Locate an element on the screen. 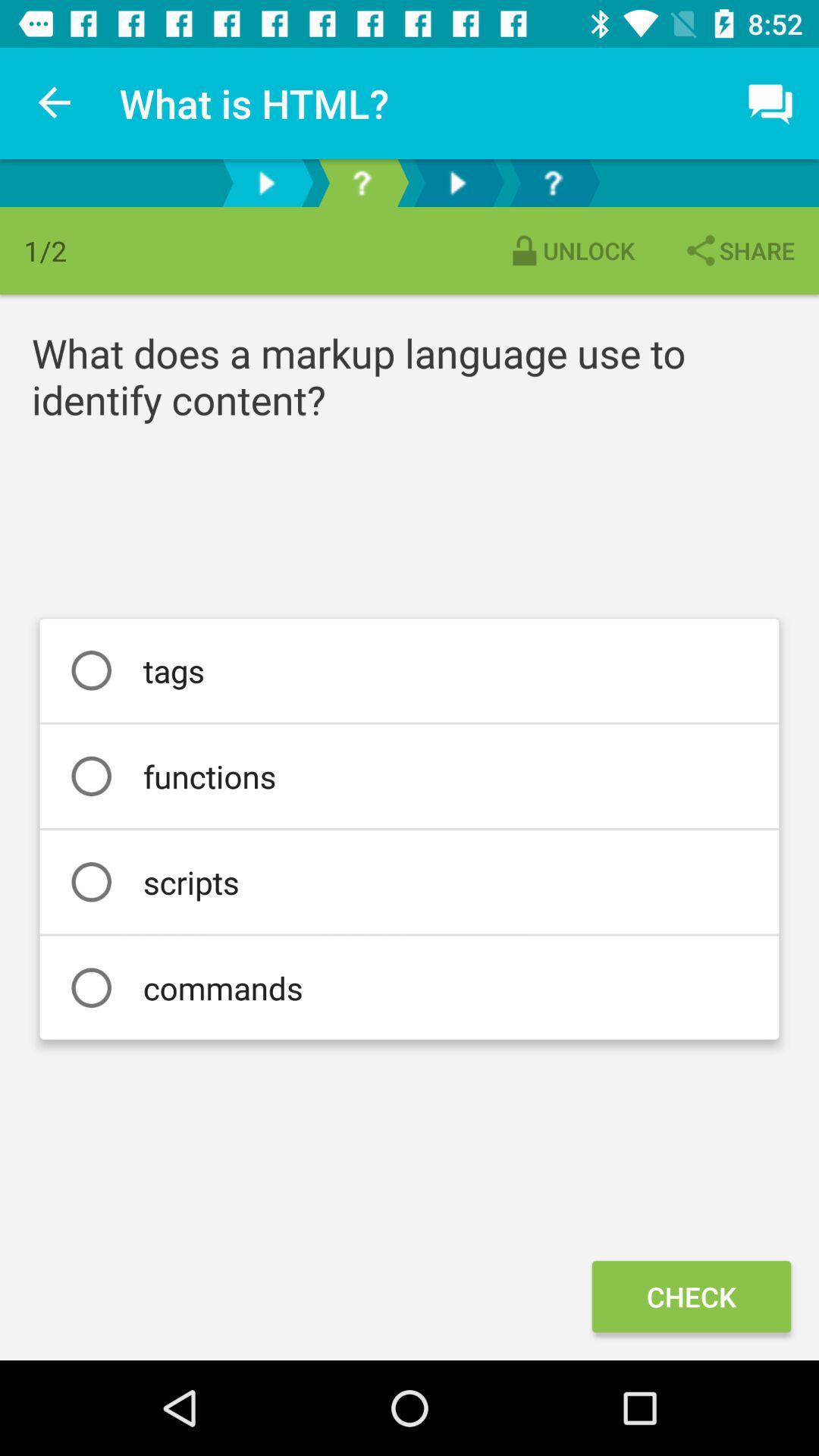  arrow with a question mark symbol is located at coordinates (362, 182).